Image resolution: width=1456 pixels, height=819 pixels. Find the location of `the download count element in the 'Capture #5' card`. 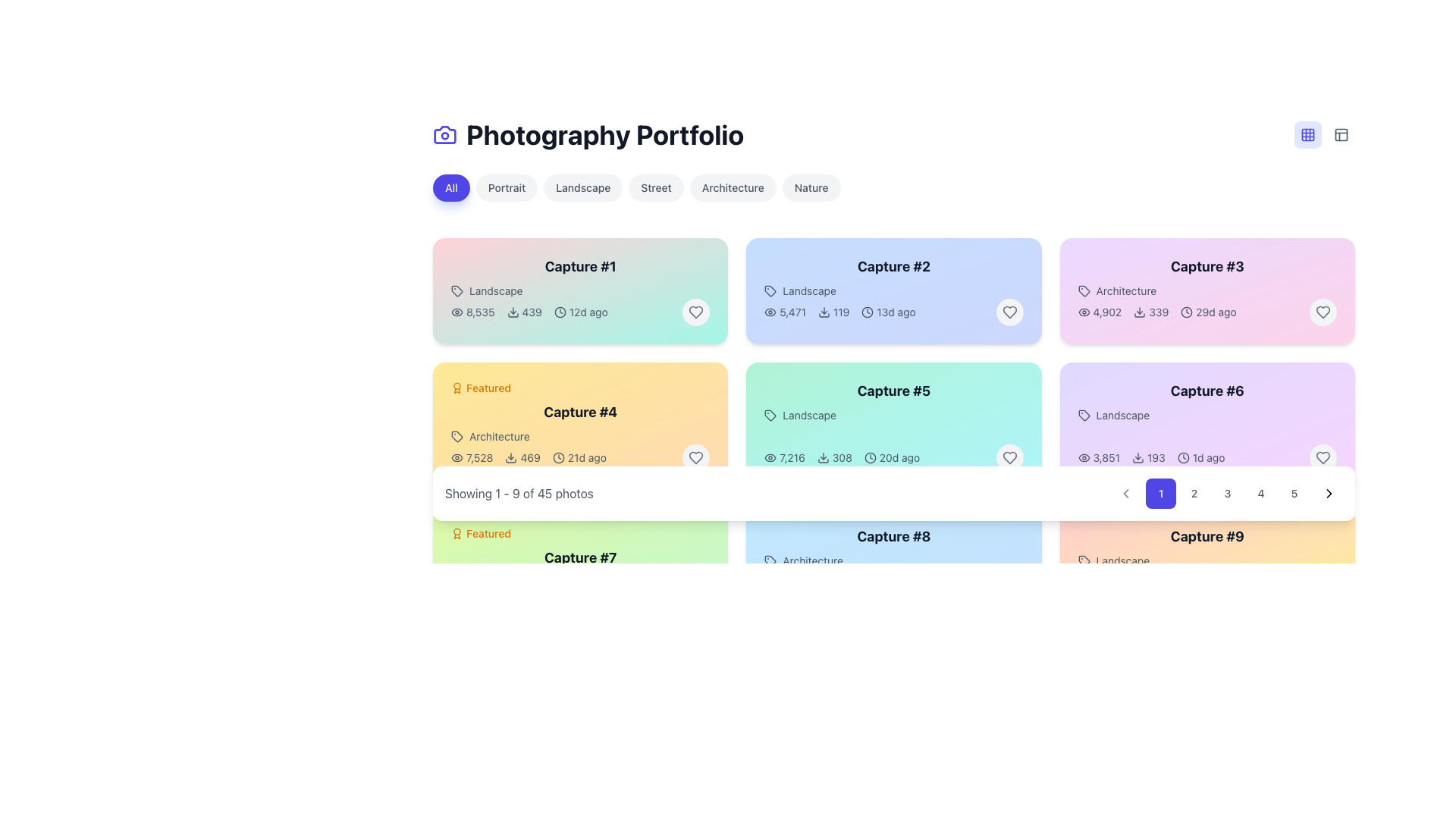

the download count element in the 'Capture #5' card is located at coordinates (833, 457).